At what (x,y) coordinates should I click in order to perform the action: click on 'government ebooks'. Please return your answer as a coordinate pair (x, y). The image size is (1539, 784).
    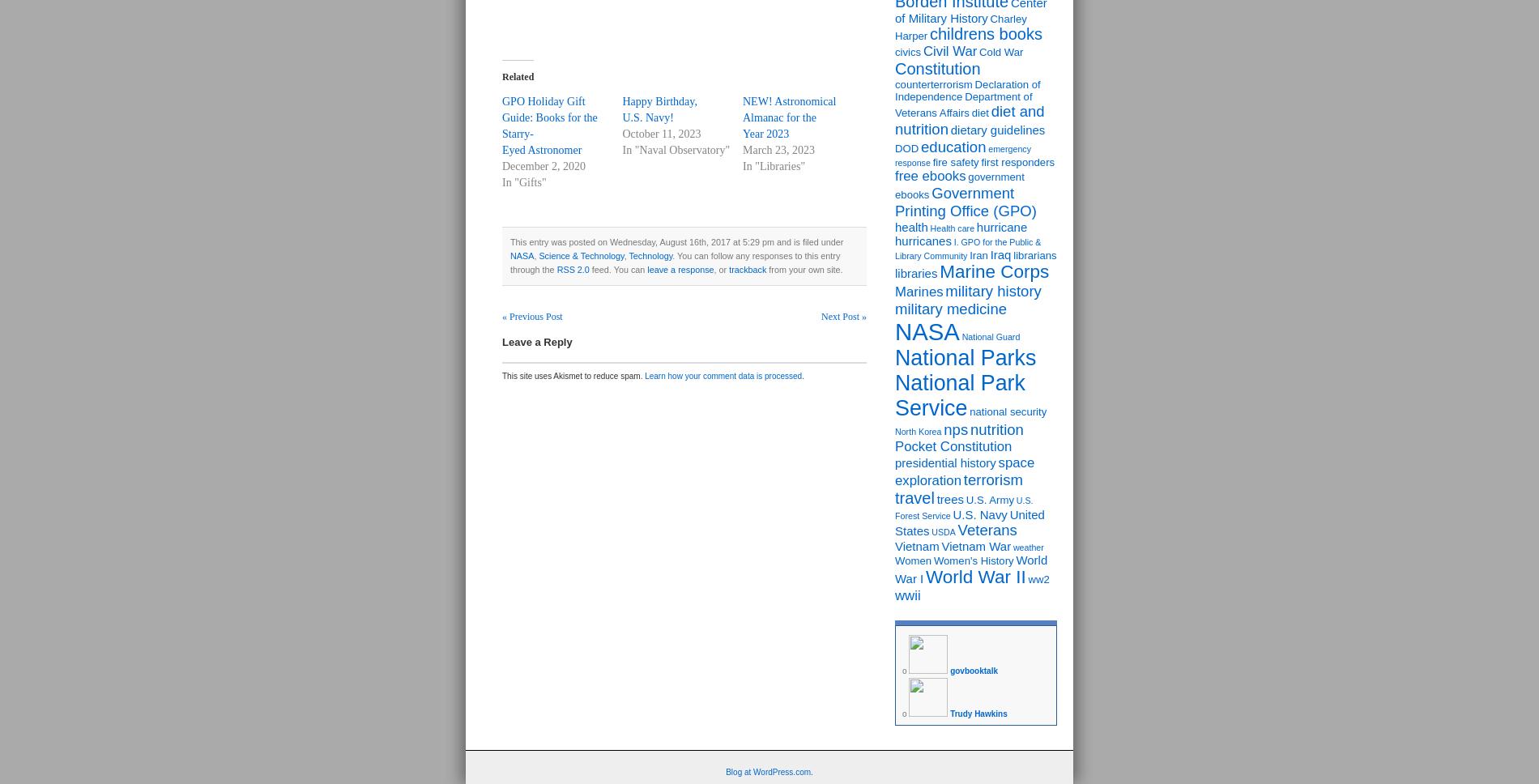
    Looking at the image, I should click on (959, 185).